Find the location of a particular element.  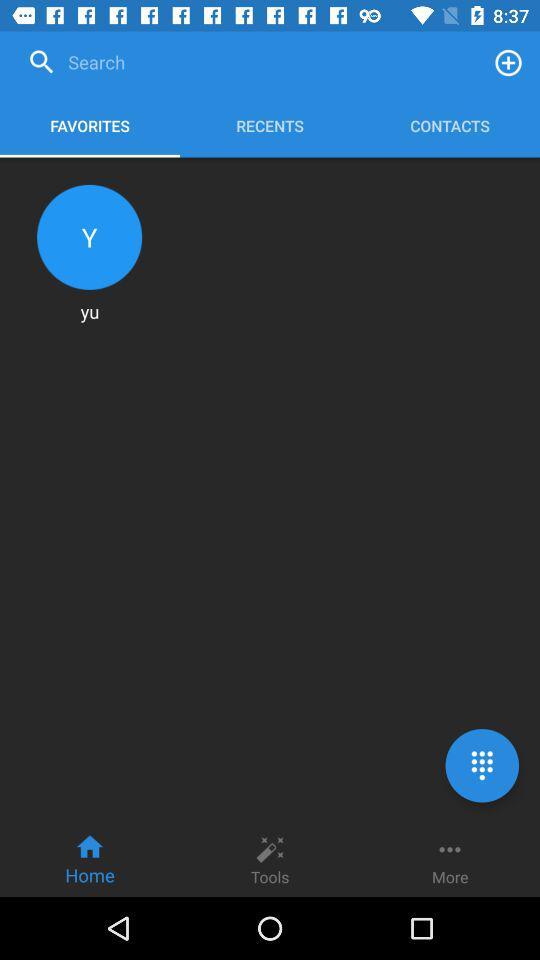

menu is located at coordinates (481, 764).